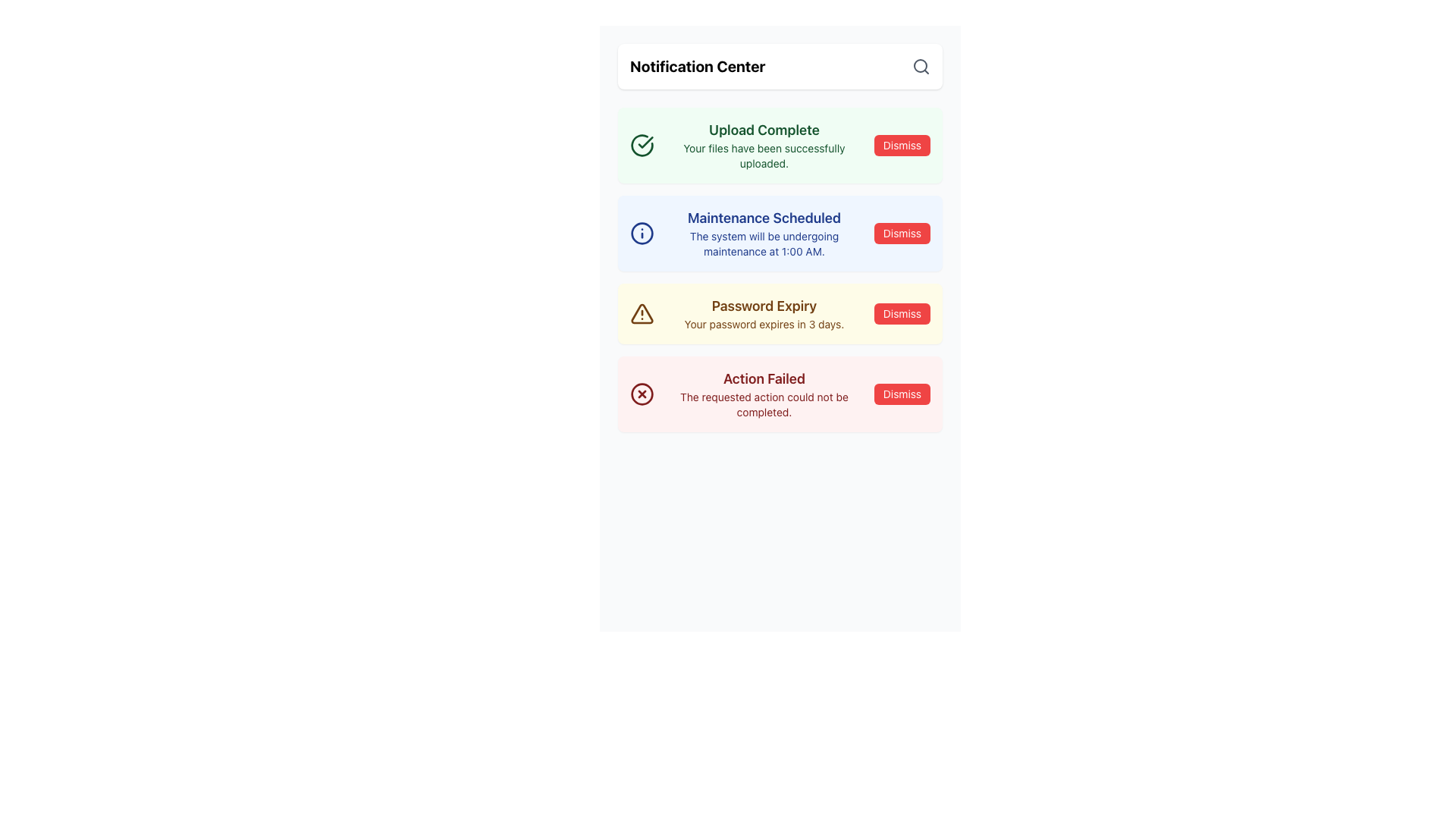 The height and width of the screenshot is (819, 1456). What do you see at coordinates (780, 394) in the screenshot?
I see `title and message from the notification card with a red background and bold red text, labeled 'Action Failed', which is the fourth and last notification card in the stack` at bounding box center [780, 394].